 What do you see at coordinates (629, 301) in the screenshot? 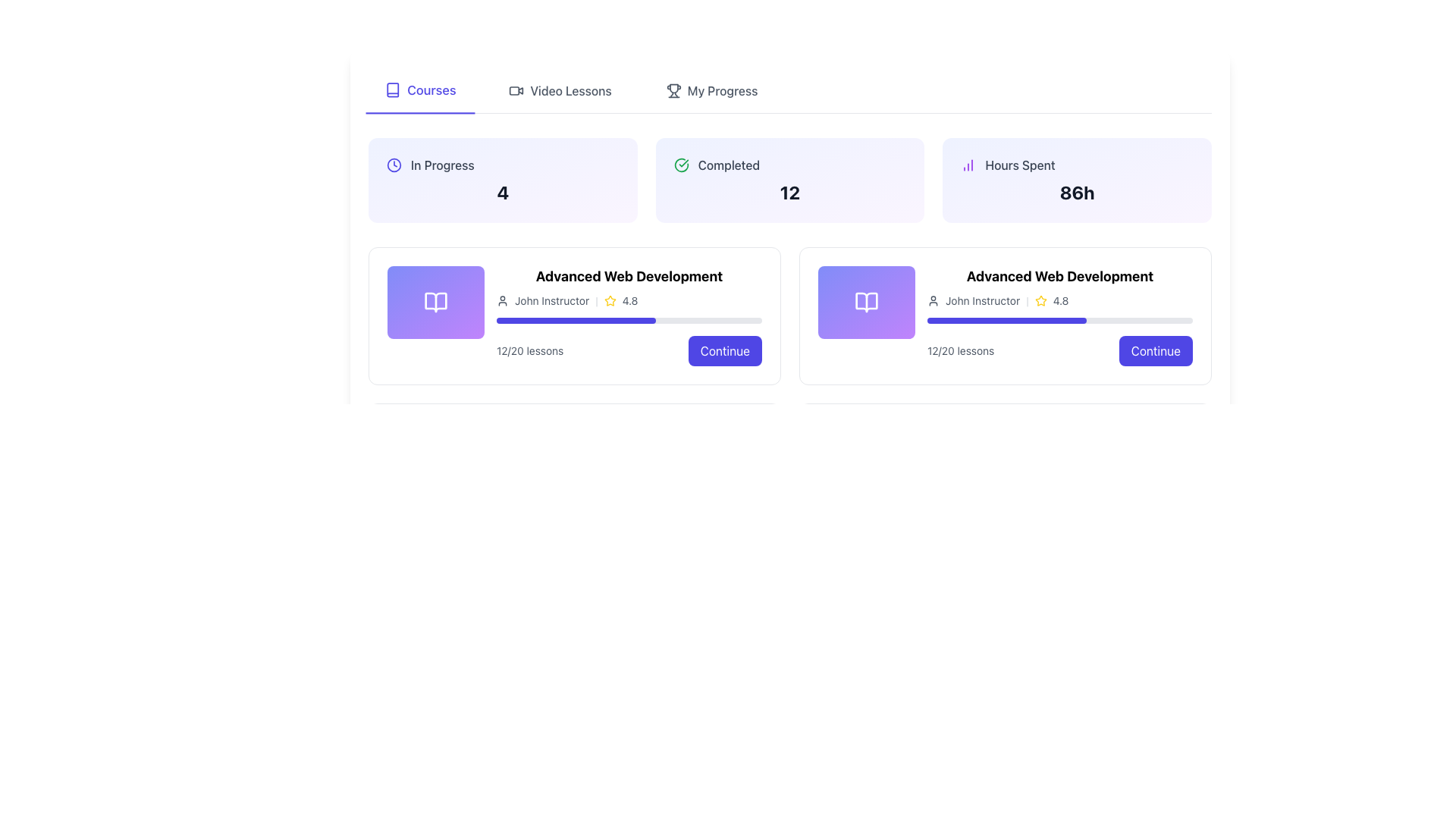
I see `the static text label displaying the numerical rating '4.8' located adjacent to a yellow star icon, which is part of the course instructor details for 'John Instructor'` at bounding box center [629, 301].